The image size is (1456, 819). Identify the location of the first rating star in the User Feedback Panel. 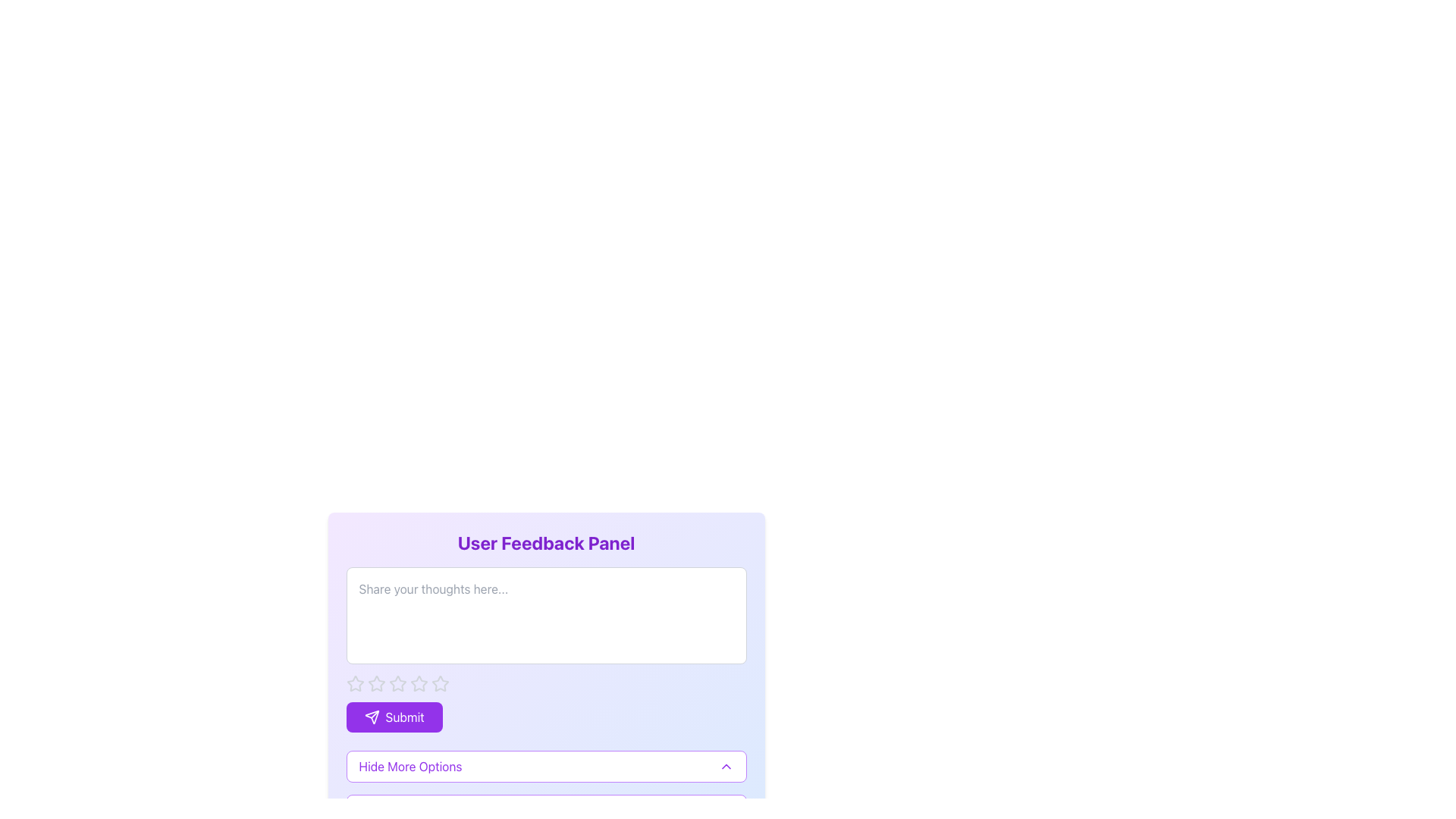
(354, 683).